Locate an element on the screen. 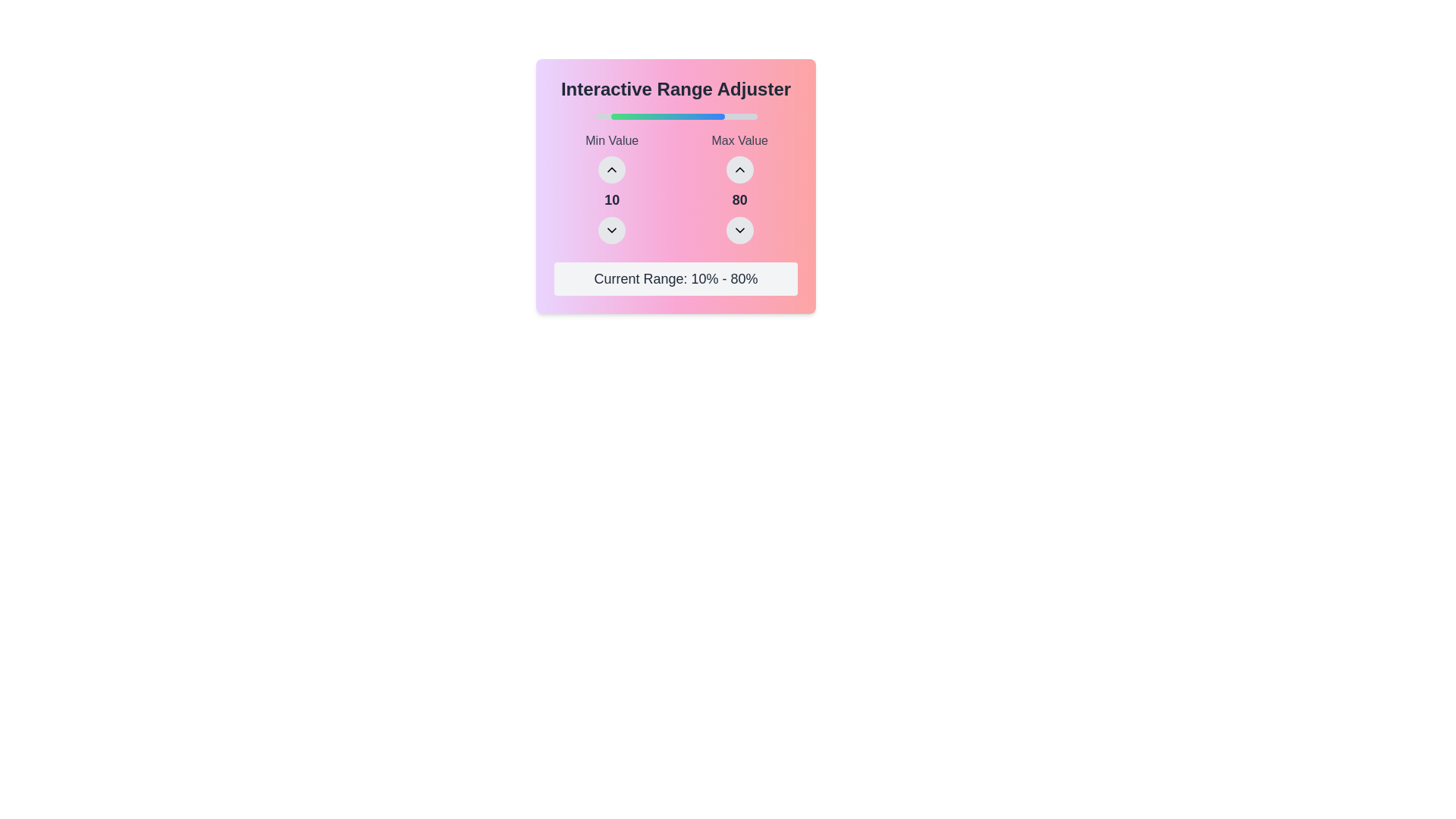 The image size is (1456, 819). the Text Label displaying the minimum value set in the interactive range adjuster, which is located below the chevron-up icon and above the chevron-down icon inside the left section of the card labeled 'Min Value' is located at coordinates (612, 199).